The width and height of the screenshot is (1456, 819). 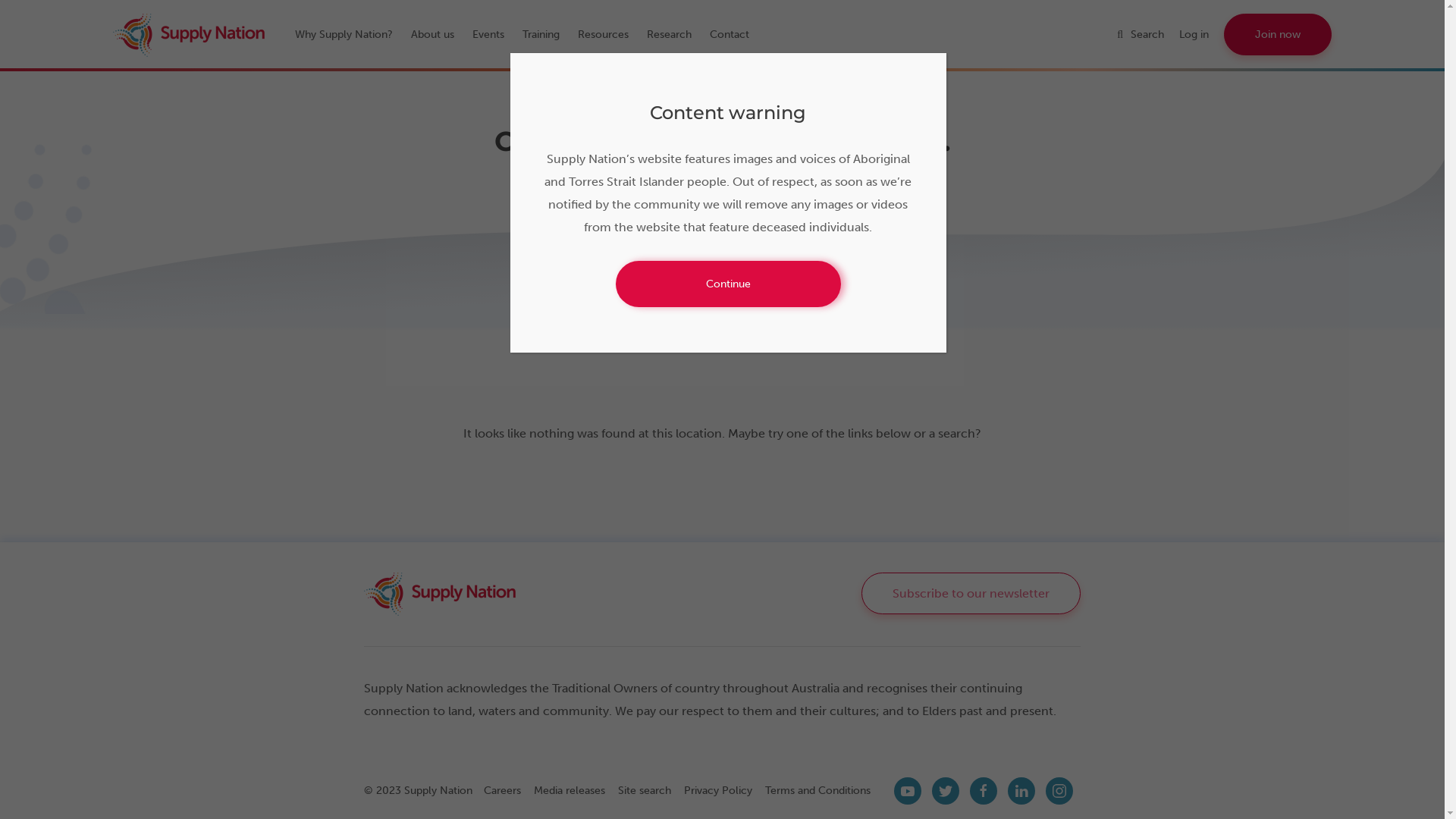 What do you see at coordinates (548, 34) in the screenshot?
I see `'Training'` at bounding box center [548, 34].